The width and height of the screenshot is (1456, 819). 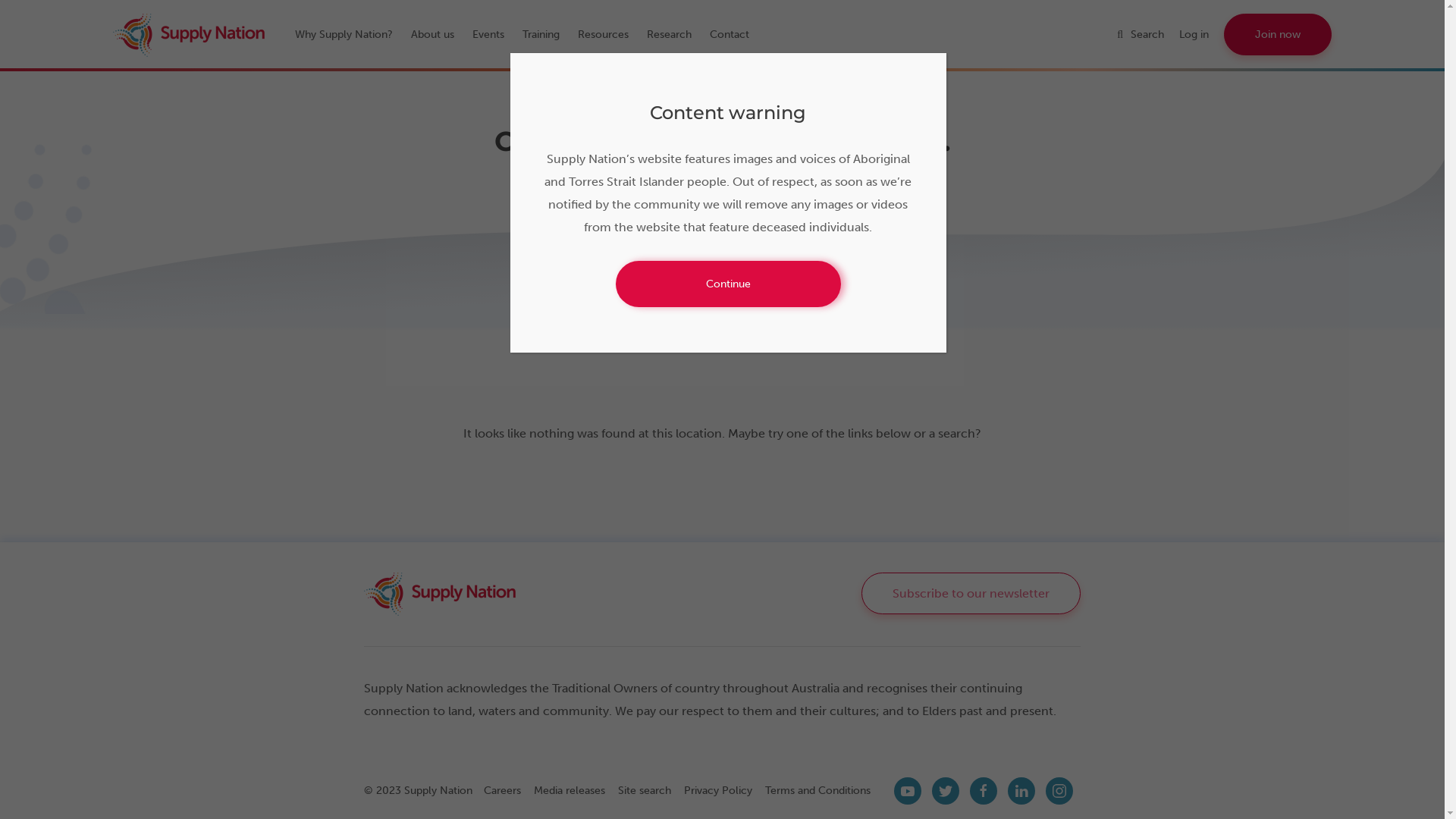 What do you see at coordinates (548, 34) in the screenshot?
I see `'Training'` at bounding box center [548, 34].